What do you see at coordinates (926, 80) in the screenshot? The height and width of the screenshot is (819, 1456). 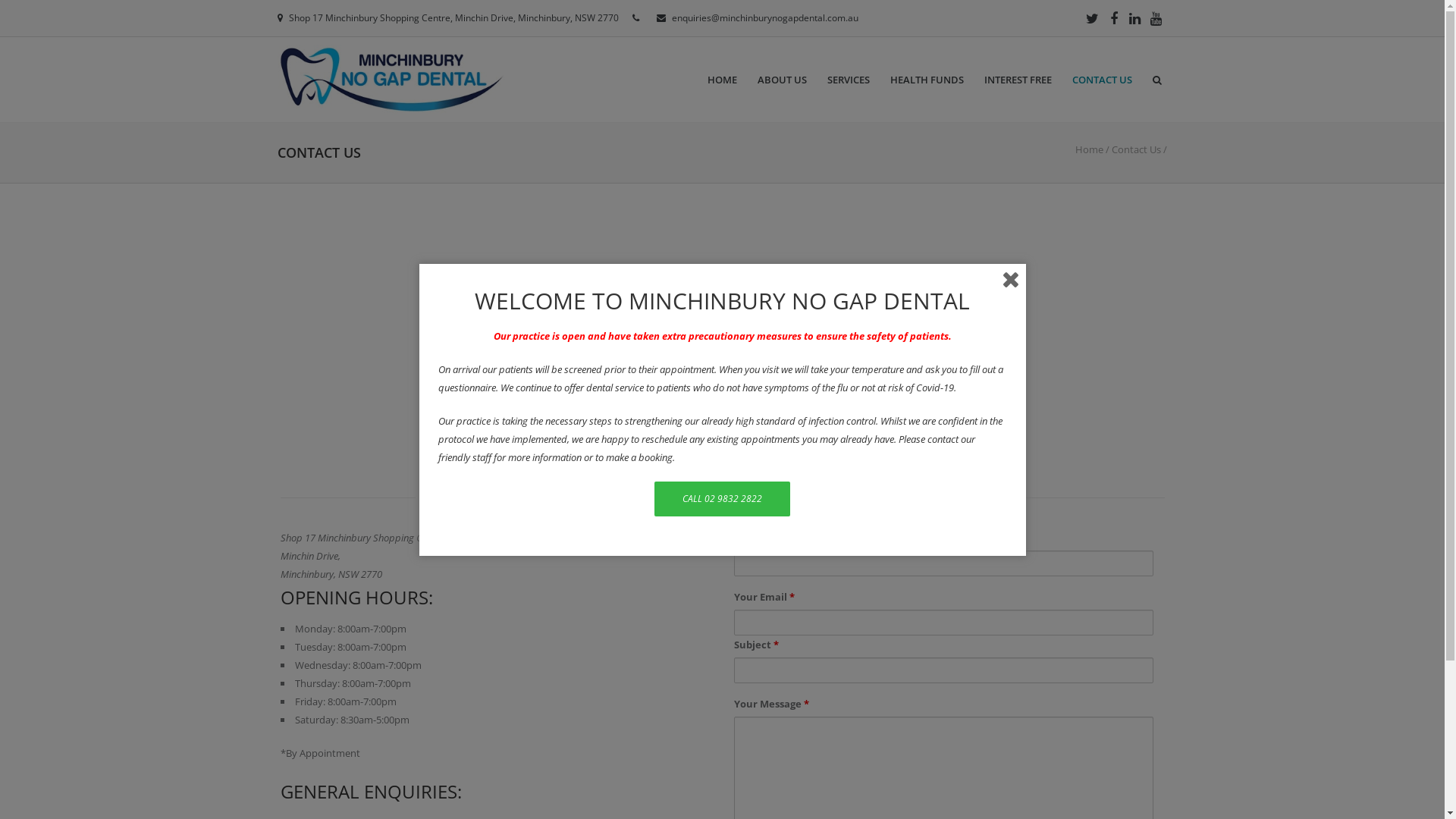 I see `'HEALTH FUNDS'` at bounding box center [926, 80].